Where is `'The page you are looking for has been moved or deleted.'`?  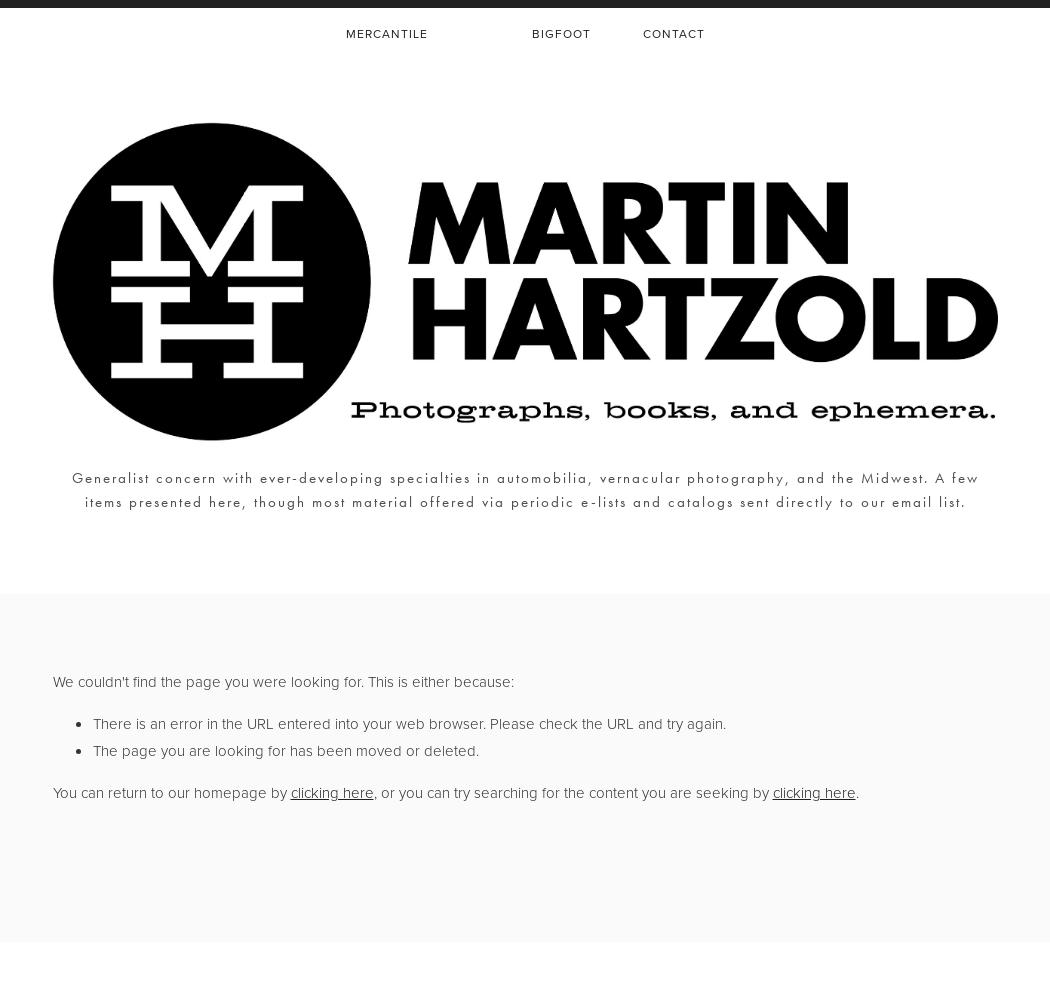 'The page you are looking for has been moved or deleted.' is located at coordinates (283, 751).